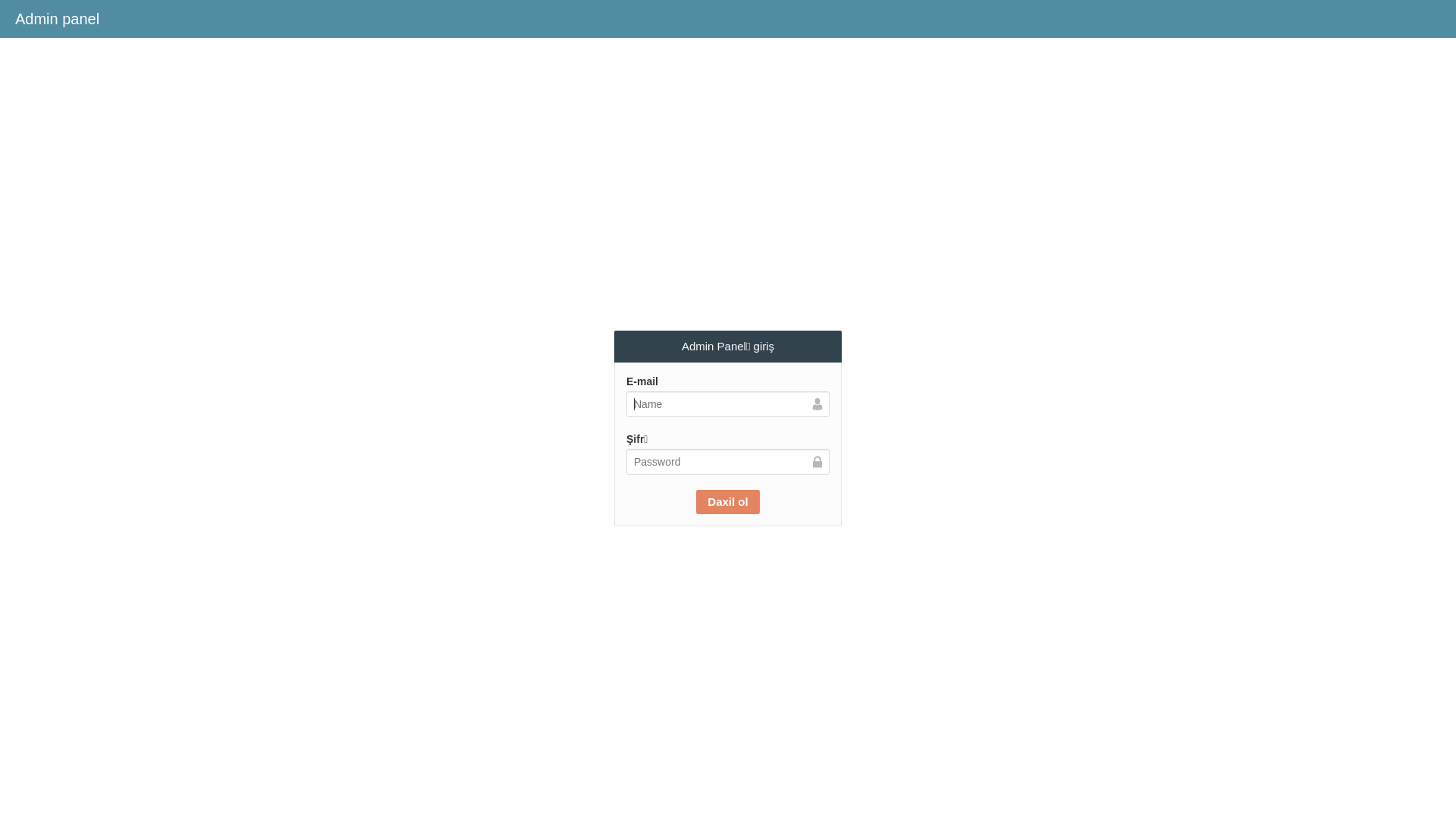 The height and width of the screenshot is (819, 1456). I want to click on 'Daxil ol', so click(695, 502).